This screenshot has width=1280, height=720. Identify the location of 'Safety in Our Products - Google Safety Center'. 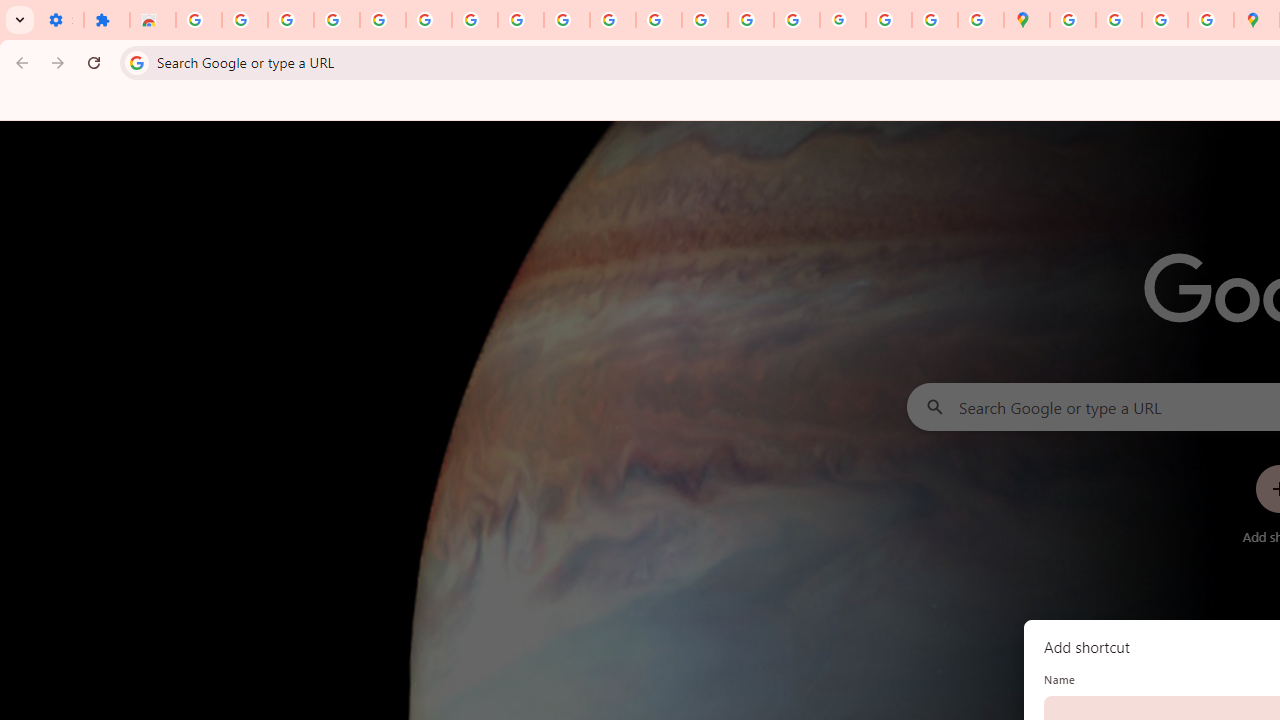
(1209, 20).